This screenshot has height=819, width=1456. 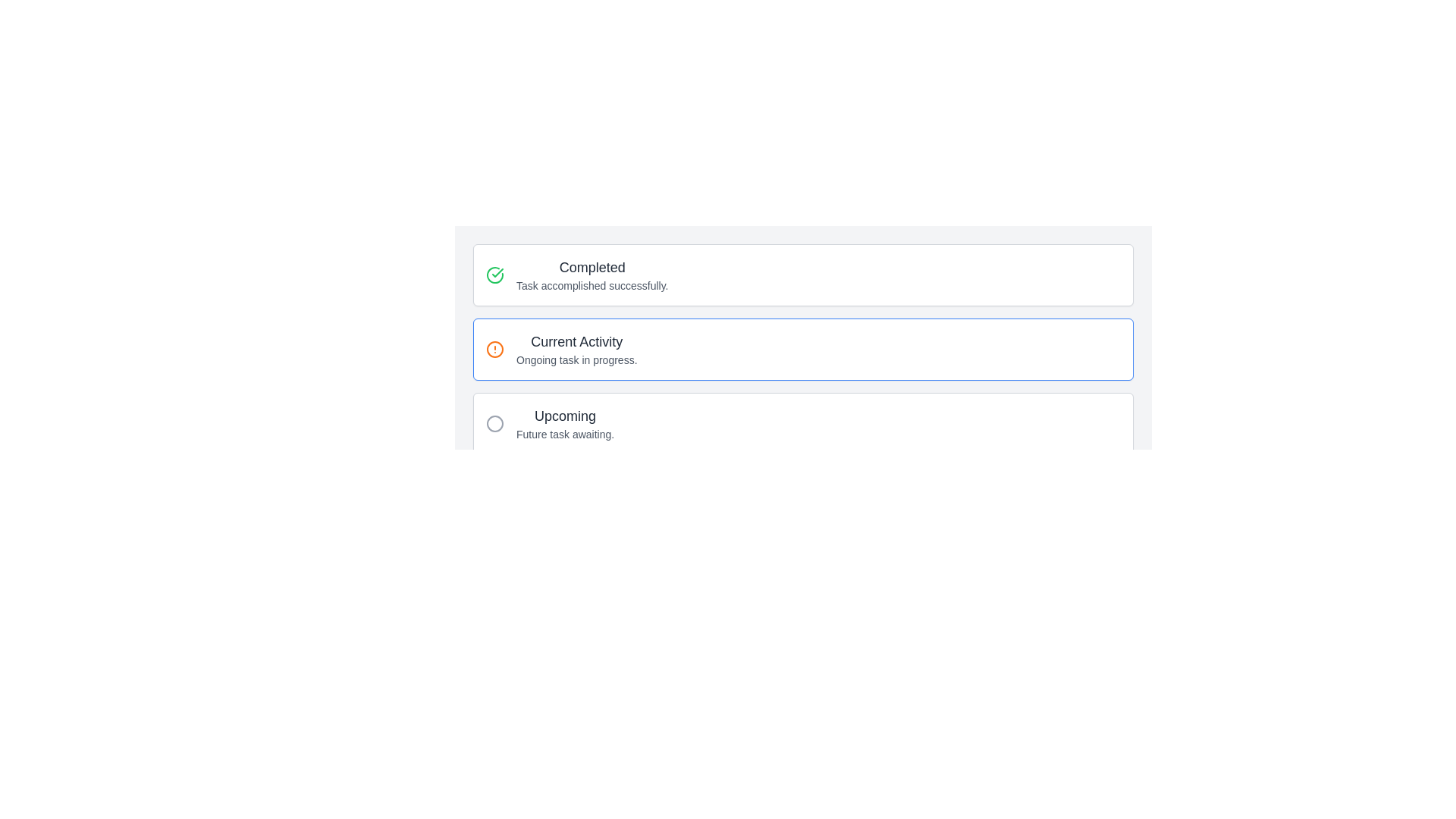 I want to click on the descriptive text element located directly below 'Current Activity', which provides additional information about the ongoing task, so click(x=576, y=359).